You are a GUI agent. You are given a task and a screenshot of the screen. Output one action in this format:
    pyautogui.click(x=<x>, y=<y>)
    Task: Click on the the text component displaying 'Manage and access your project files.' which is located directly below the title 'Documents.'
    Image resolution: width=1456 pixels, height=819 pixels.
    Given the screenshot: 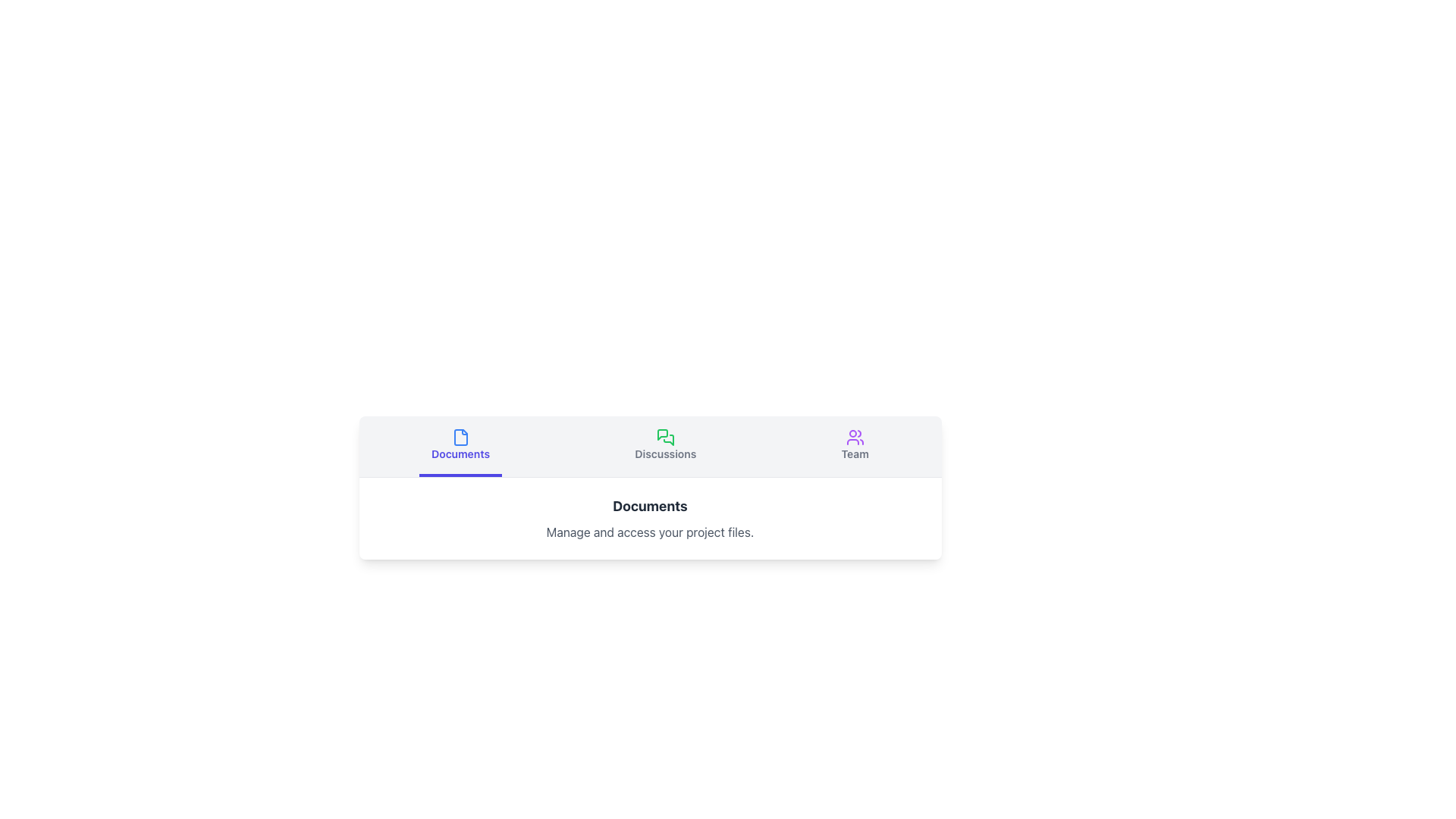 What is the action you would take?
    pyautogui.click(x=650, y=531)
    